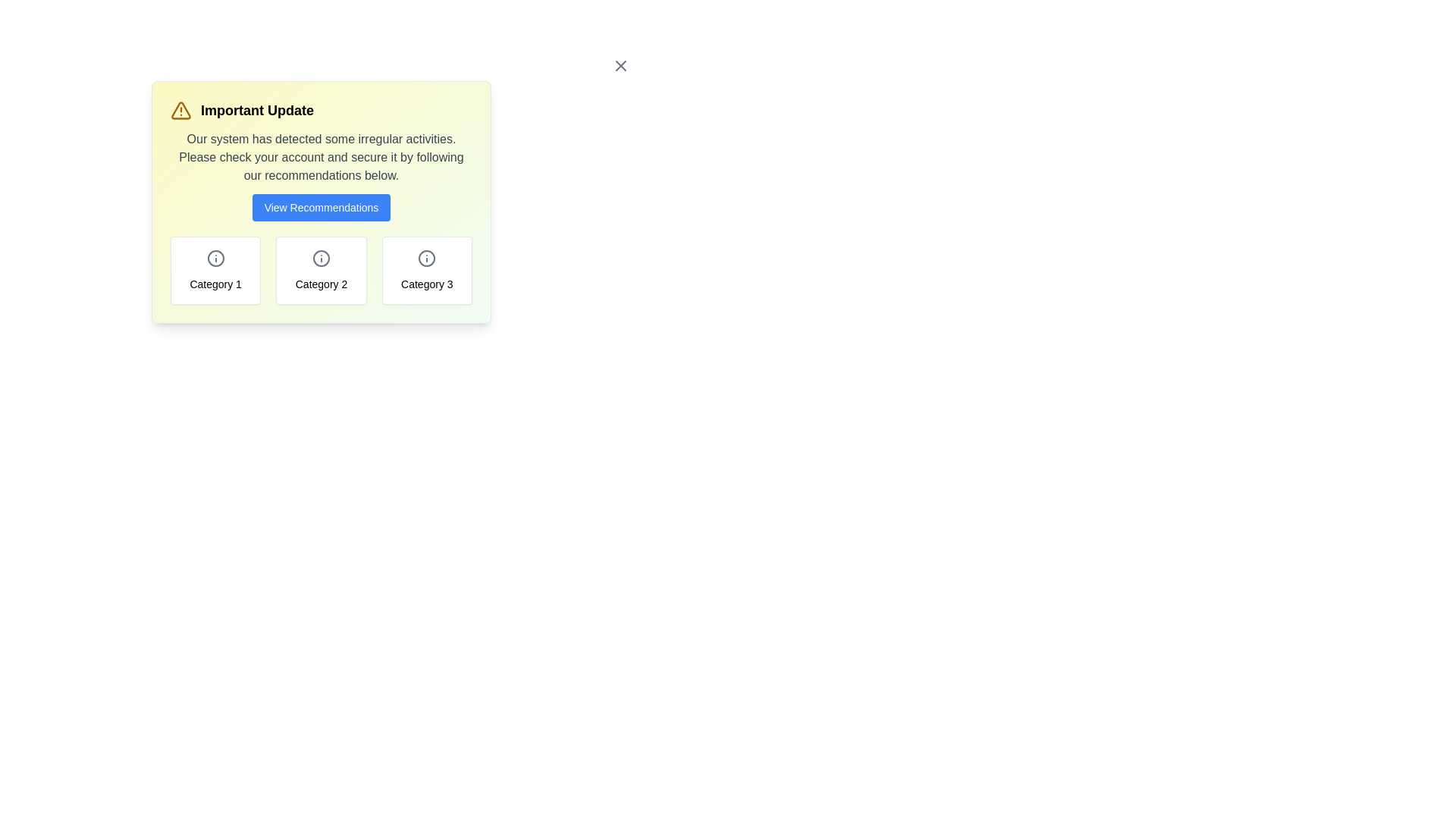 The width and height of the screenshot is (1456, 819). What do you see at coordinates (320, 207) in the screenshot?
I see `'View Recommendations' button` at bounding box center [320, 207].